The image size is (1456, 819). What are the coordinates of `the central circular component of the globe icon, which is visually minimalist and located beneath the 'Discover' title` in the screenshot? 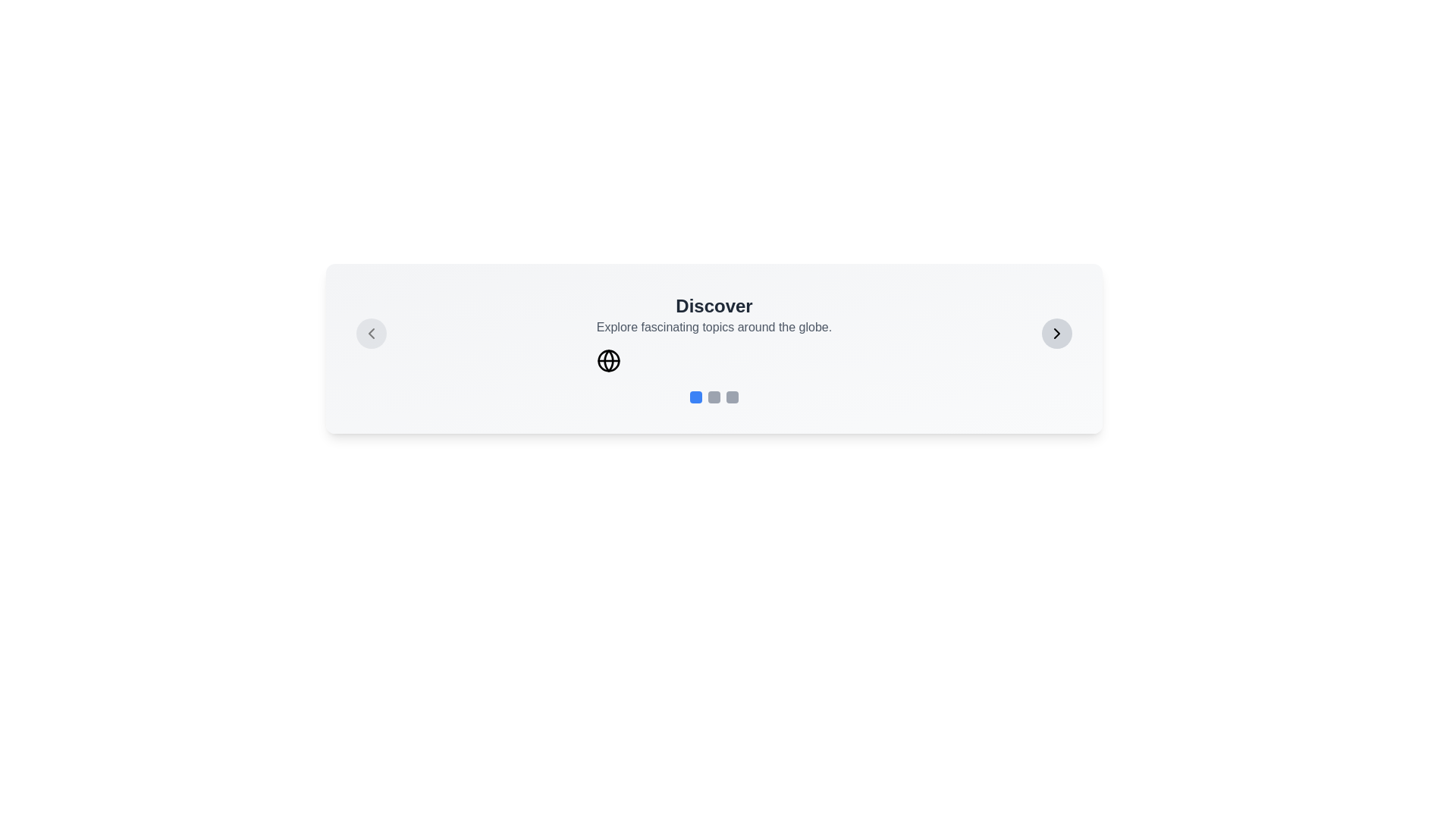 It's located at (608, 360).